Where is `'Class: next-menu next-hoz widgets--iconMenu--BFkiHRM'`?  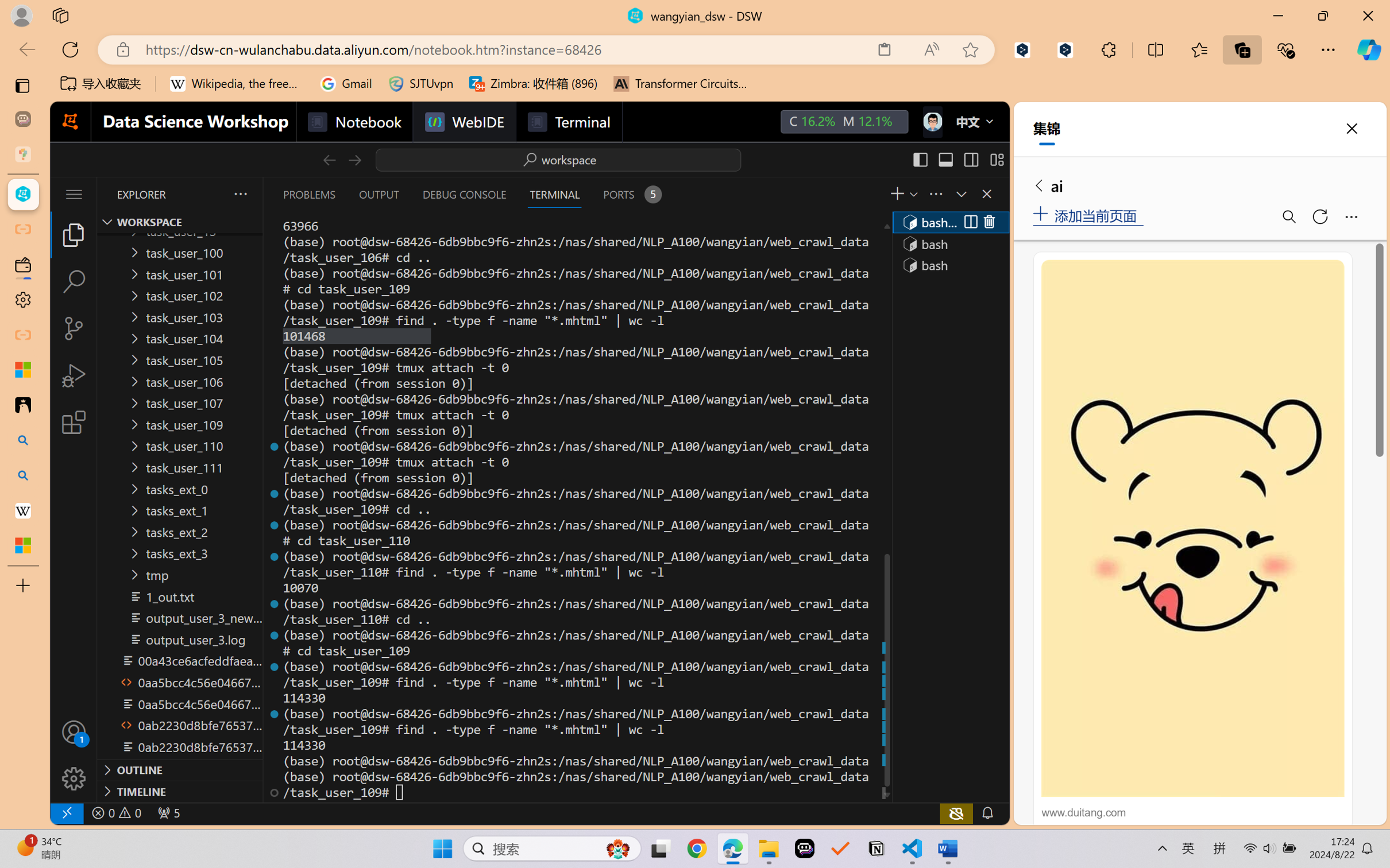
'Class: next-menu next-hoz widgets--iconMenu--BFkiHRM' is located at coordinates (931, 121).